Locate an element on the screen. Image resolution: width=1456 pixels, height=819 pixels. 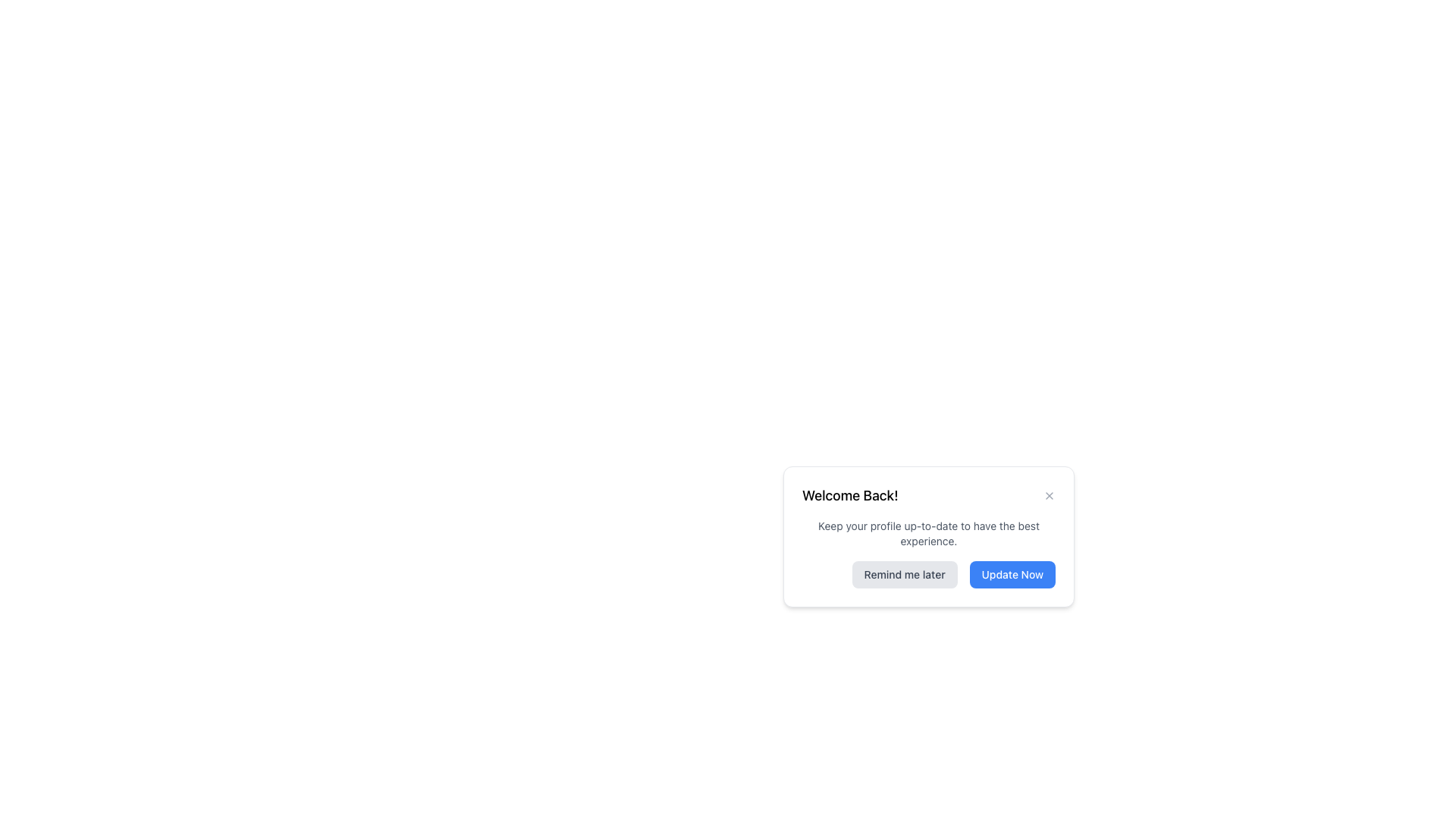
the 'Remind me later' button with a gray background located at the bottom left of the modal dialog is located at coordinates (927, 585).